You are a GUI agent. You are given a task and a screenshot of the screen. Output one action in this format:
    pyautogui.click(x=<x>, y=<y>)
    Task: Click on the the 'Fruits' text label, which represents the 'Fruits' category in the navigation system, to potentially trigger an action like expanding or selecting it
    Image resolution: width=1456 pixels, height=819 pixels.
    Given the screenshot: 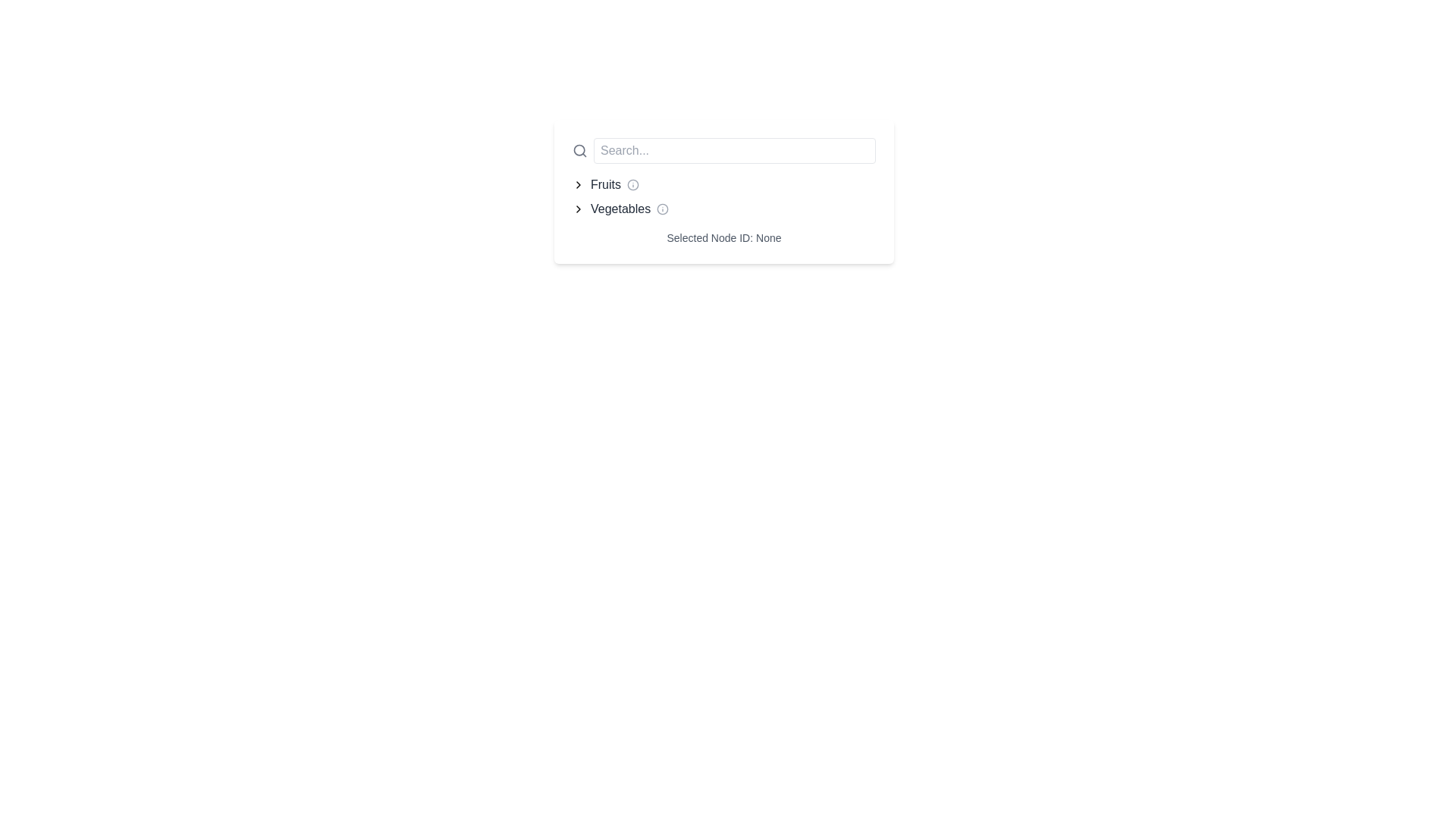 What is the action you would take?
    pyautogui.click(x=604, y=184)
    